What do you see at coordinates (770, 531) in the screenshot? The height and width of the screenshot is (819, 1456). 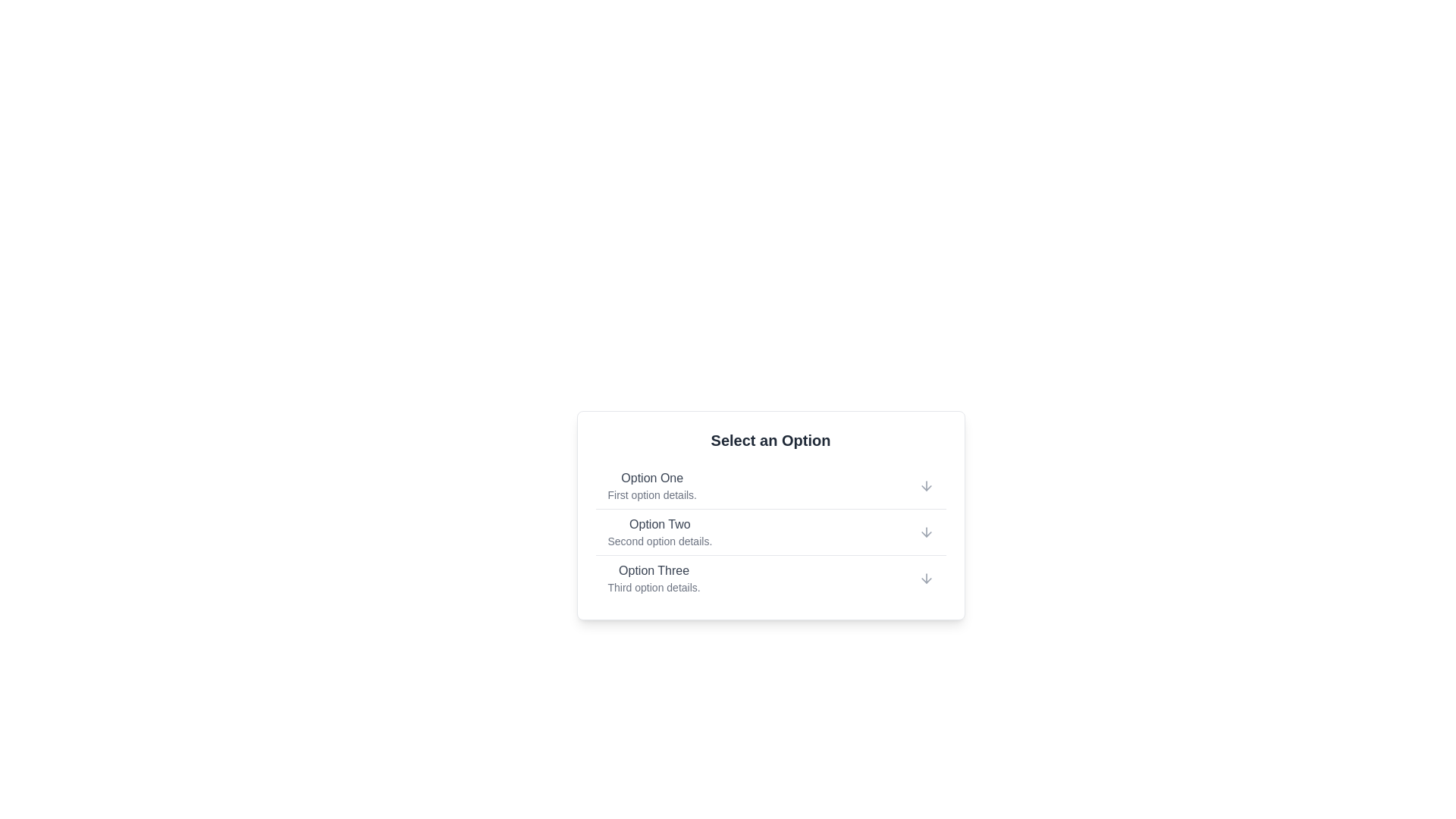 I see `the second item in the interactive list, located beneath 'Option One' and above 'Option Three', to trigger the highlight effect` at bounding box center [770, 531].